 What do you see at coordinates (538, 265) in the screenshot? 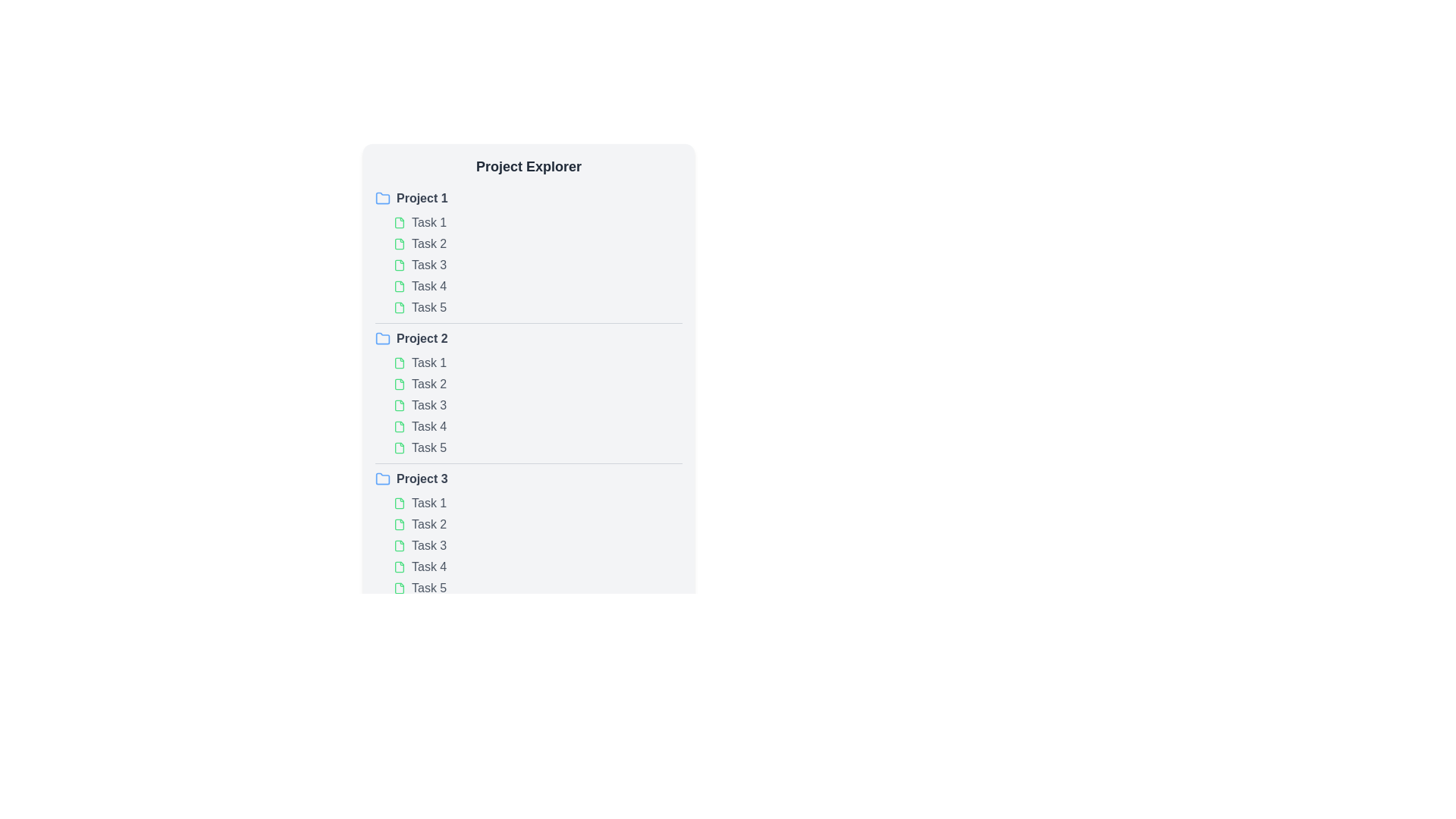
I see `a task in the task list located in the 'Project 1' section of the 'Project Explorer' interface` at bounding box center [538, 265].